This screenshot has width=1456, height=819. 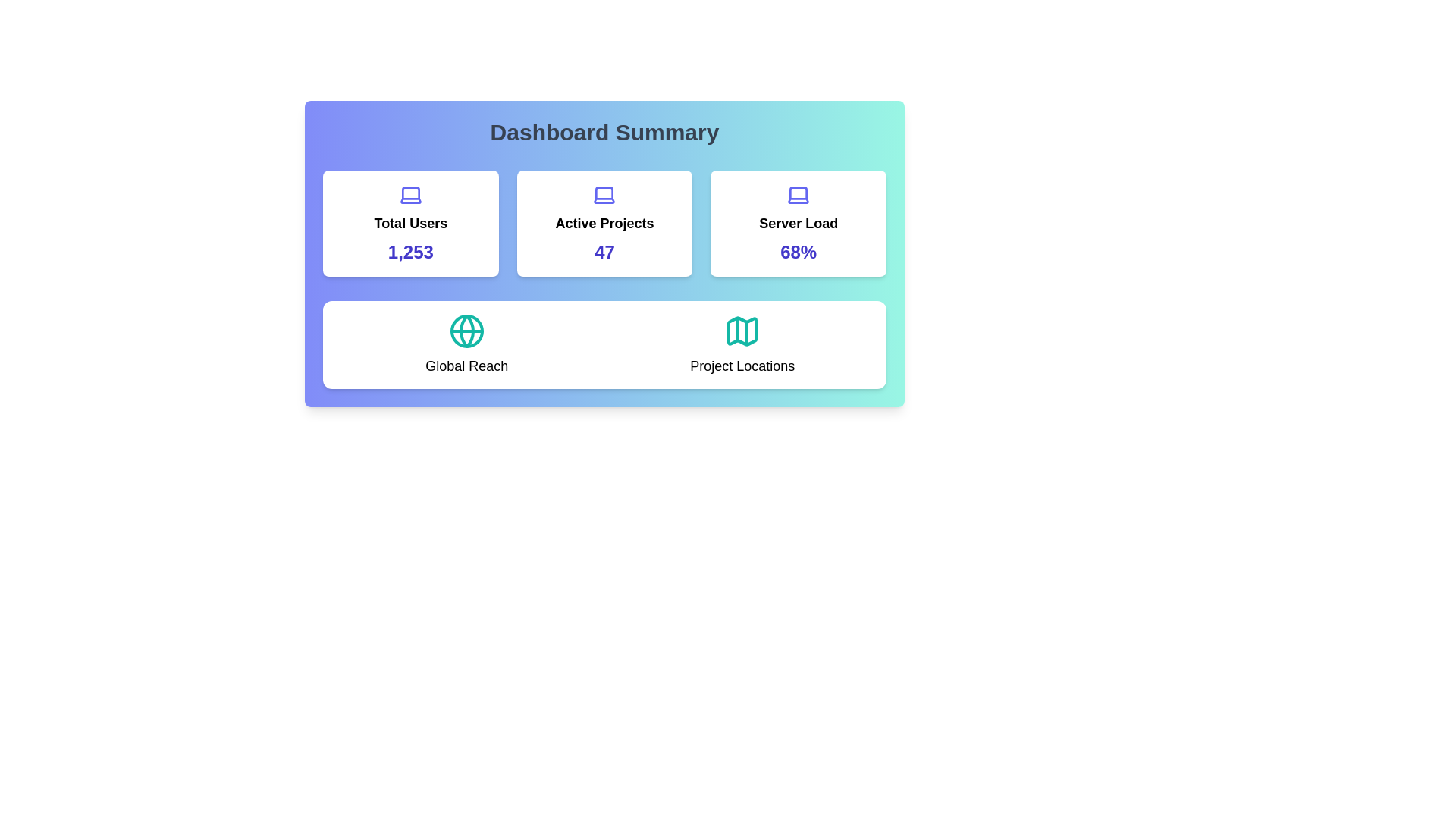 I want to click on the 'Global Reach' label with a globe-shaped icon, which is teal and has black text, positioned in the bottom left section of the dashboard, so click(x=466, y=345).